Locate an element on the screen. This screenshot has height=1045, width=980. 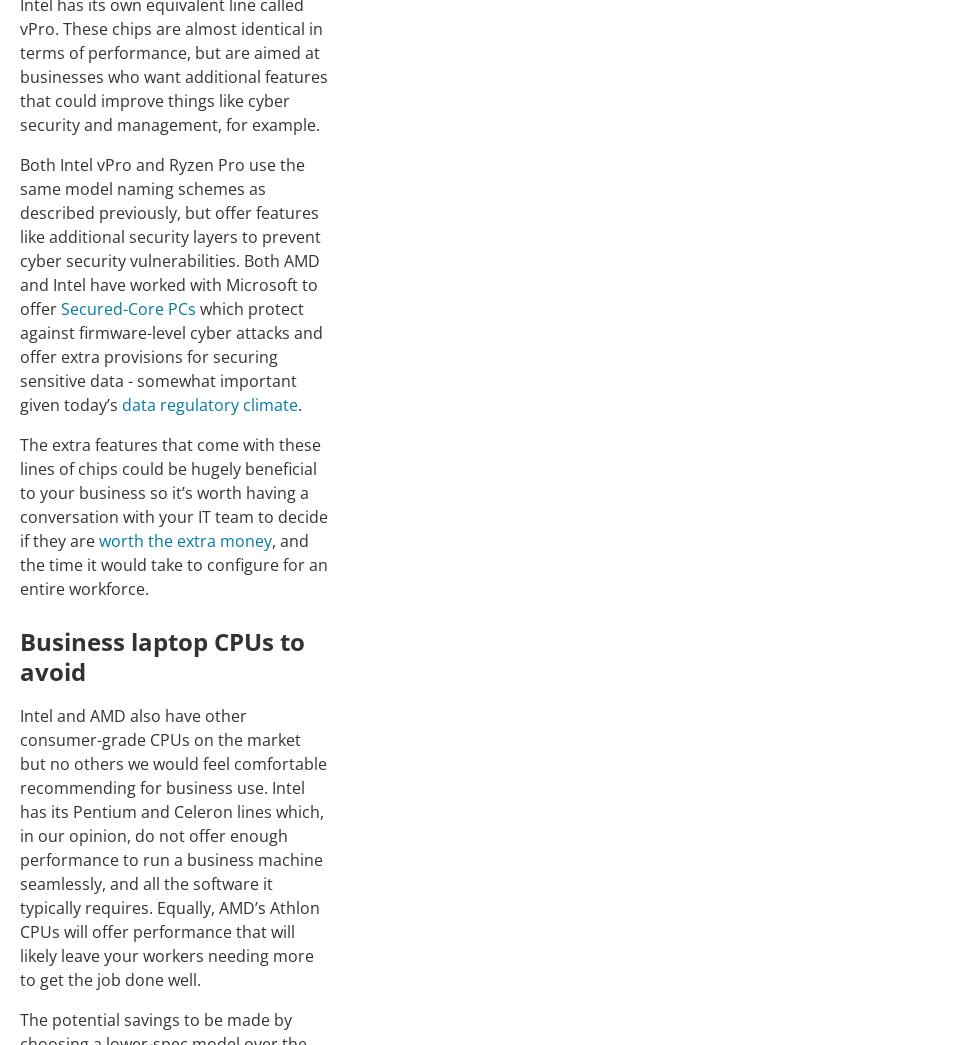
'Business laptop CPUs to avoid' is located at coordinates (162, 655).